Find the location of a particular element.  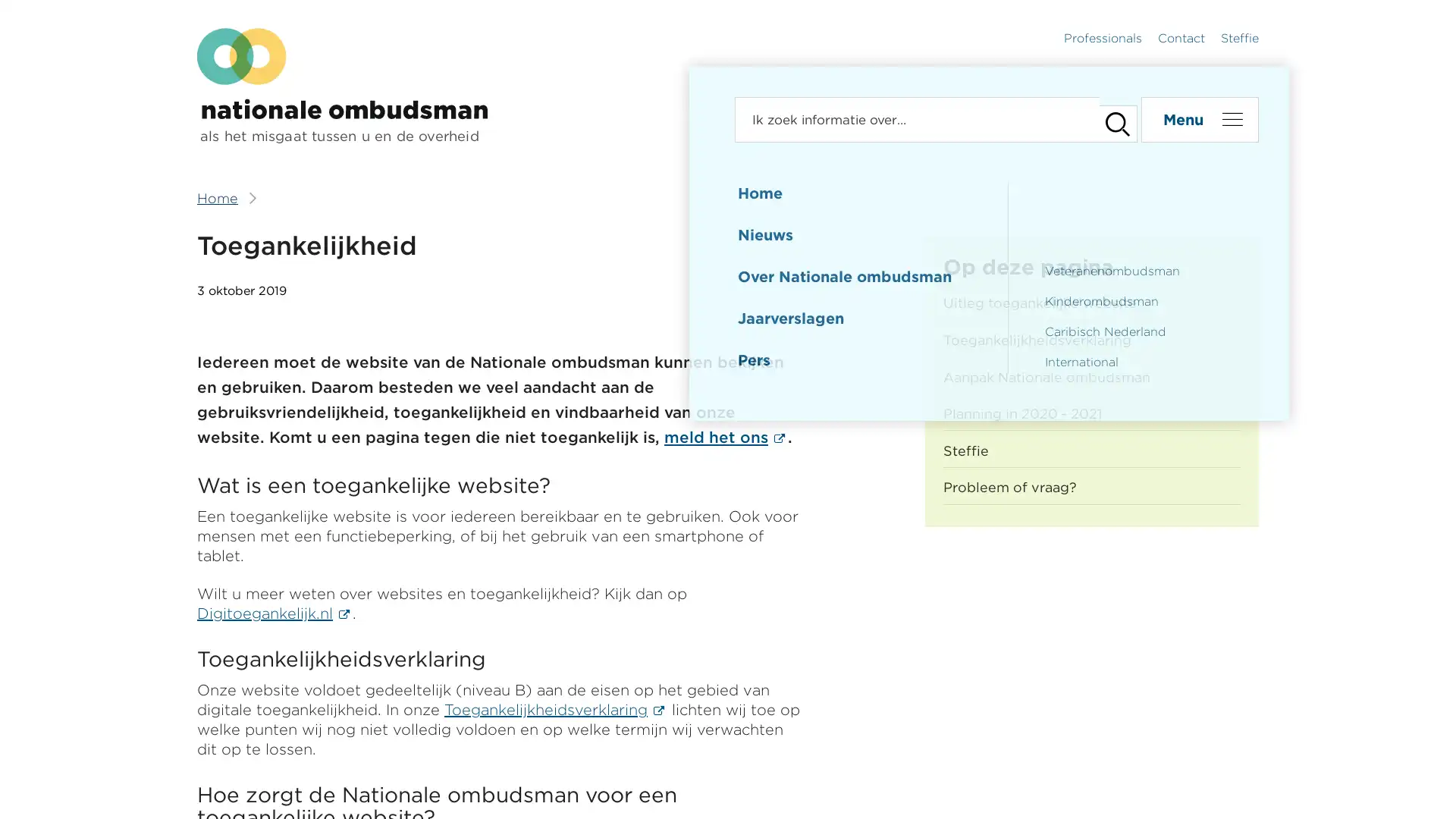

Zoeken is located at coordinates (1110, 119).